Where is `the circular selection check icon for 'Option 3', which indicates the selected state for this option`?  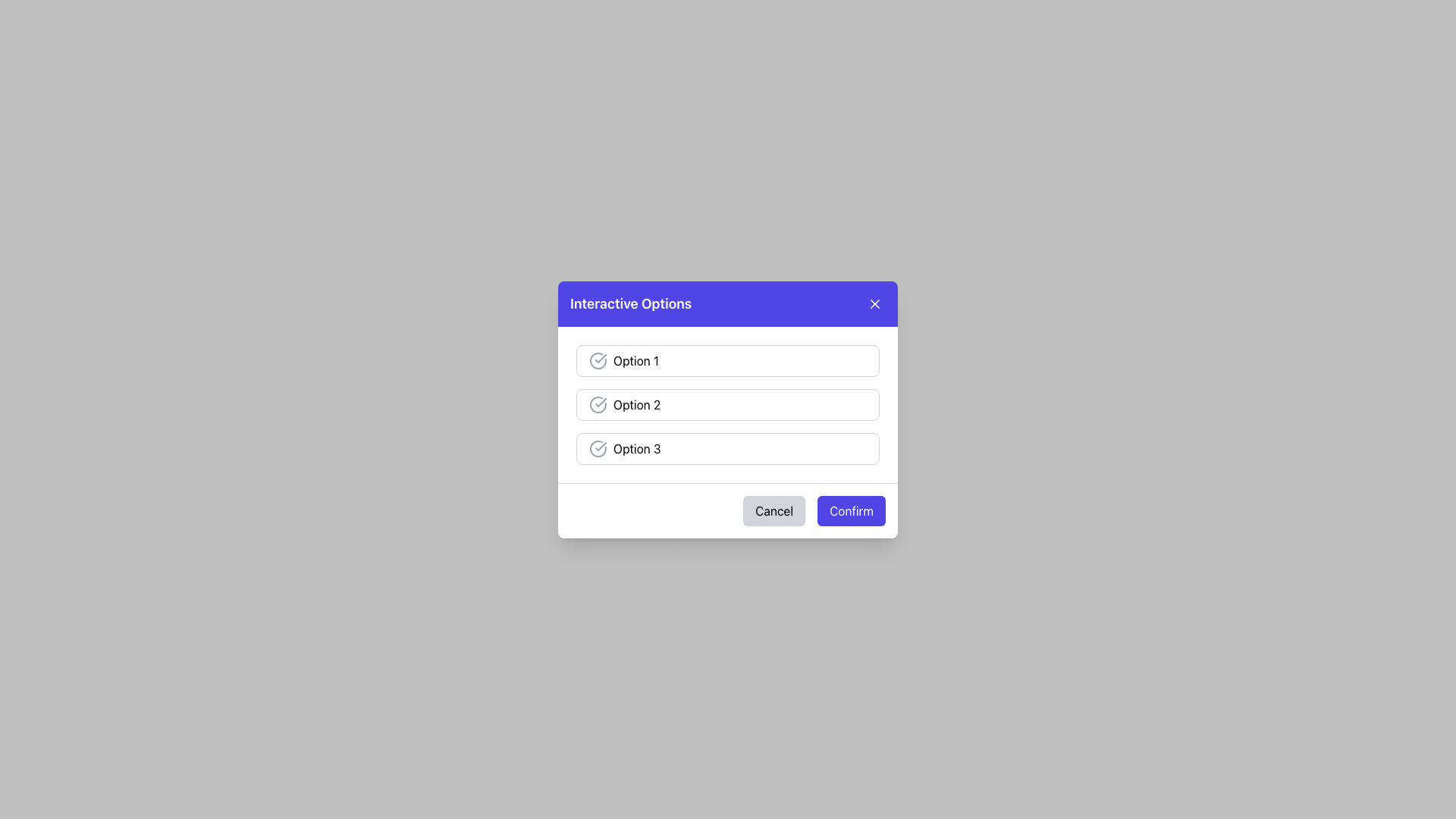 the circular selection check icon for 'Option 3', which indicates the selected state for this option is located at coordinates (597, 447).